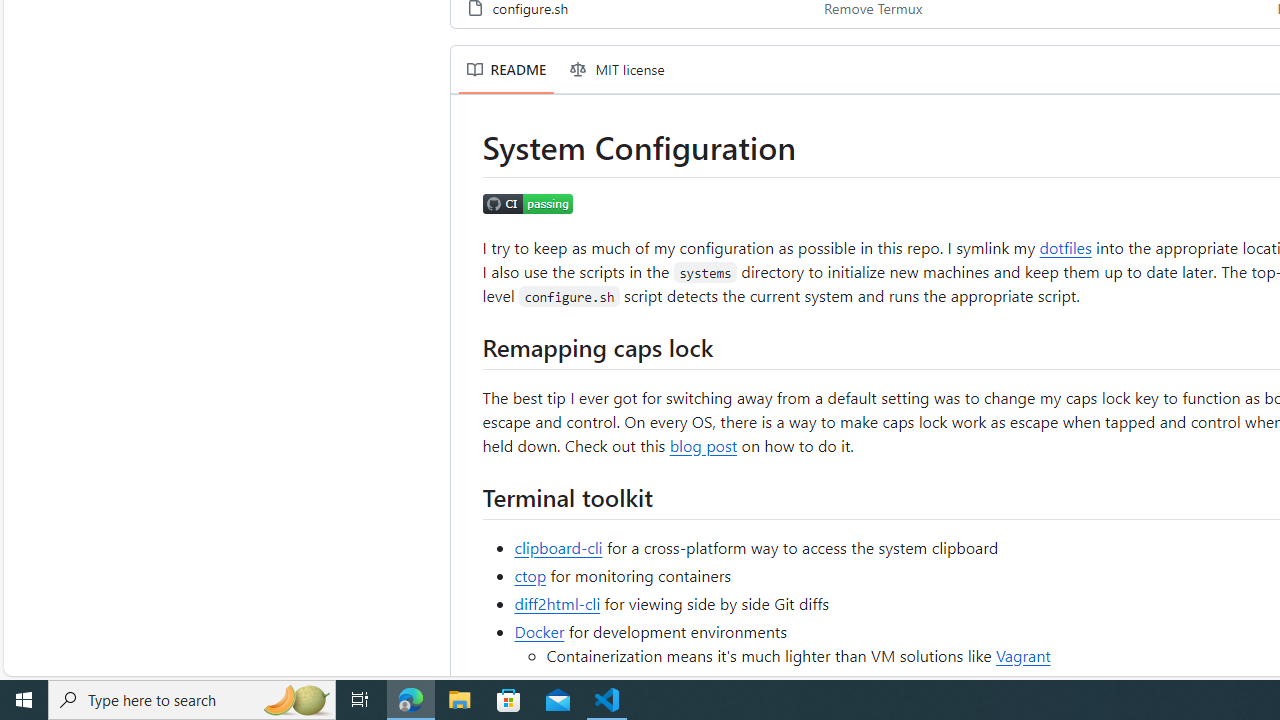  What do you see at coordinates (528, 203) in the screenshot?
I see `'CI status'` at bounding box center [528, 203].